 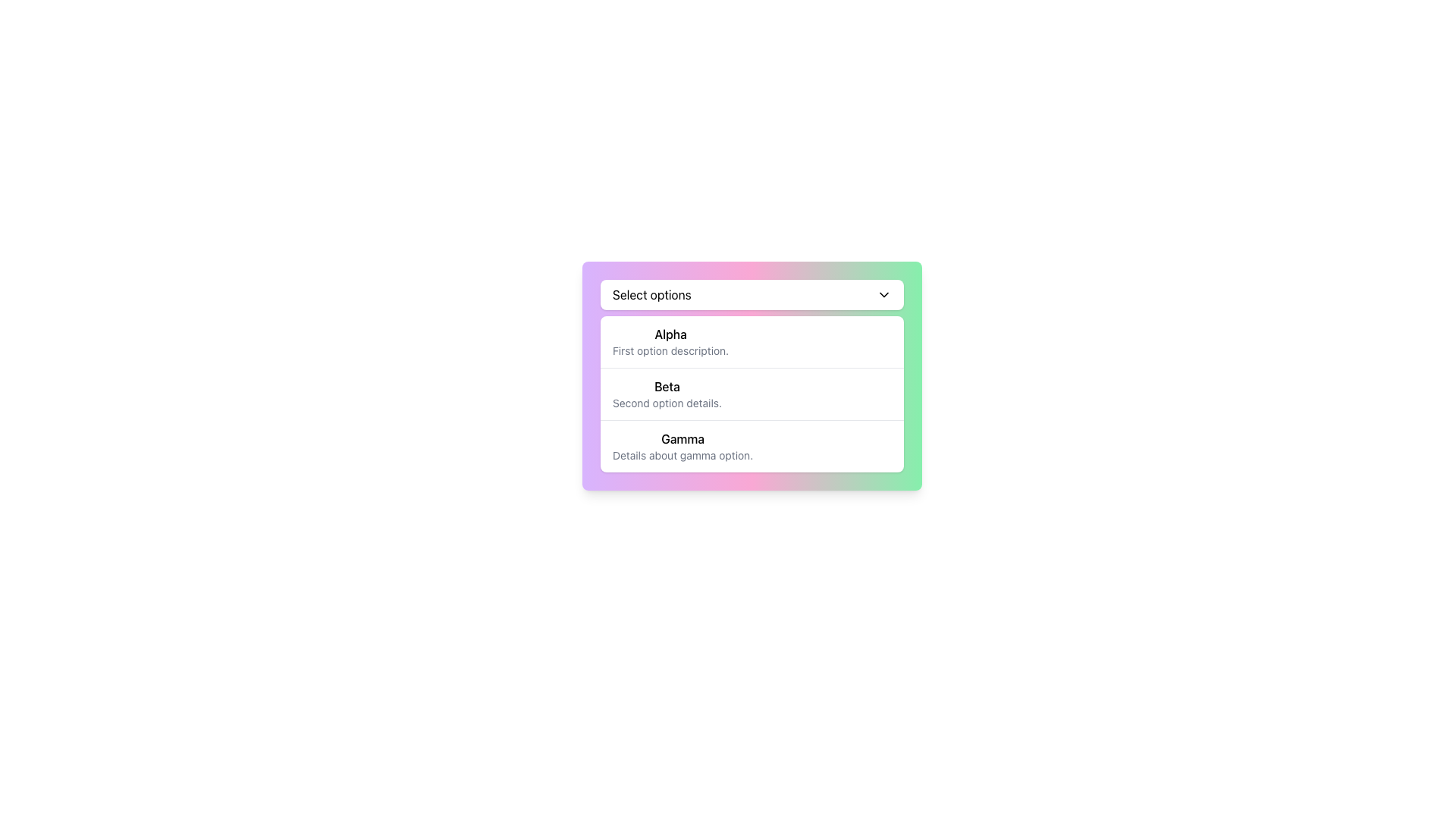 What do you see at coordinates (682, 438) in the screenshot?
I see `the text label displaying 'Gamma', which identifies the third option in the dropdown menu, located below the 'Beta' option` at bounding box center [682, 438].